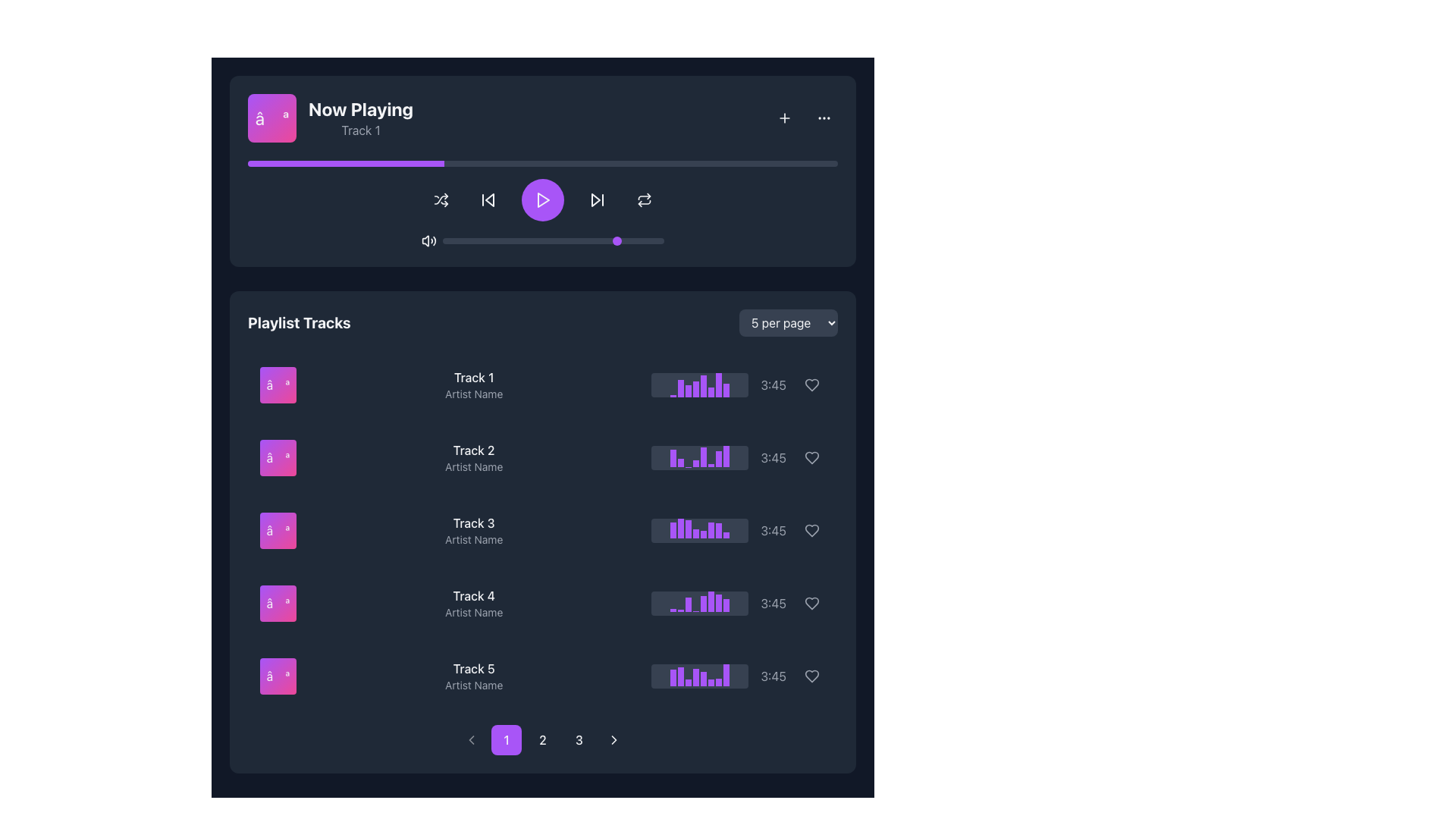 The width and height of the screenshot is (1456, 819). I want to click on the fifth button in the media player control toolbar to observe the hover effects, so click(644, 199).